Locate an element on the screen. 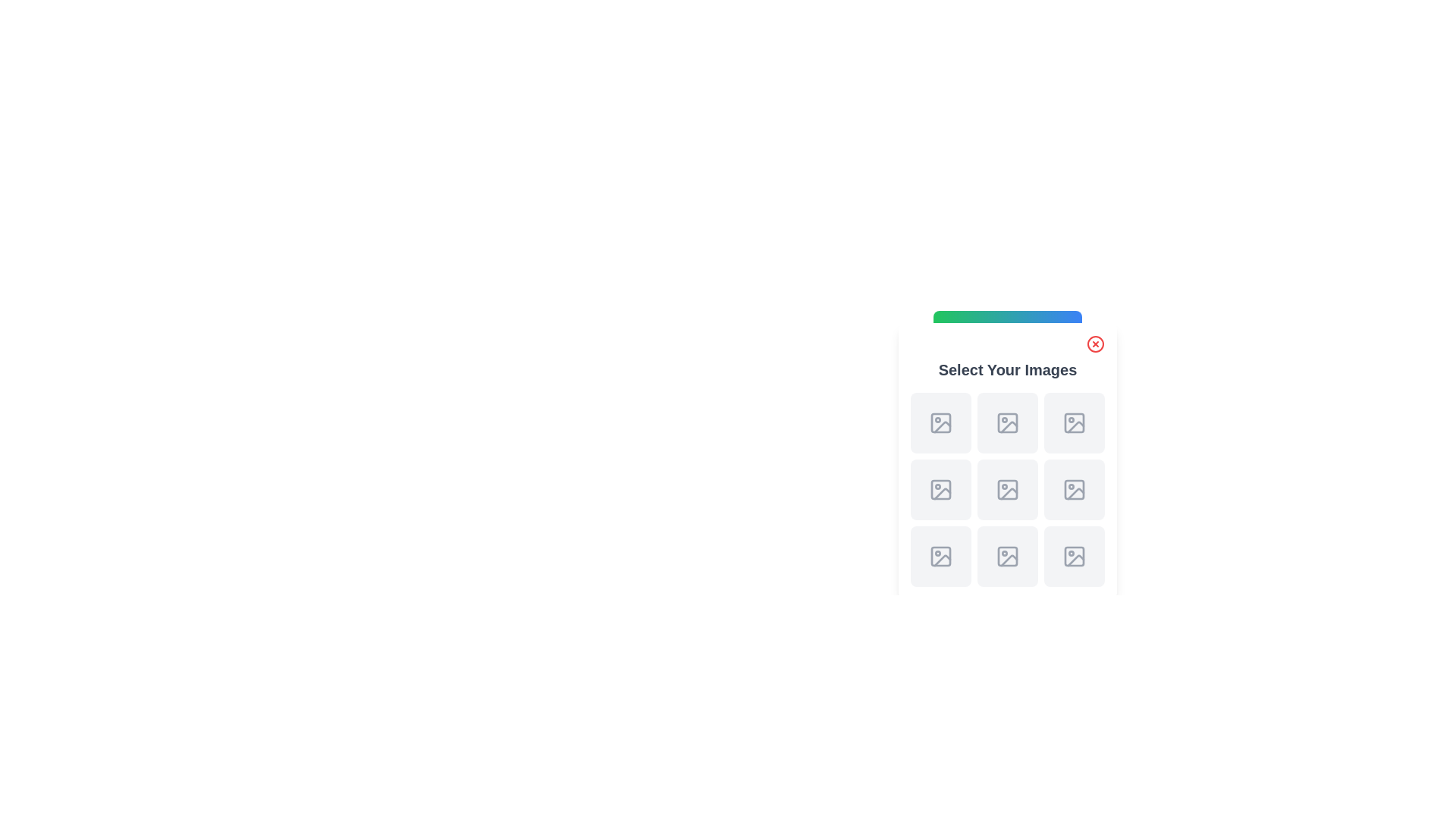 The height and width of the screenshot is (819, 1456). the light gray rectangle with rounded corners that is part of the photo symbol icon in the 'Select Your Images' section, located in the top-left corner of the grid layout is located at coordinates (940, 423).